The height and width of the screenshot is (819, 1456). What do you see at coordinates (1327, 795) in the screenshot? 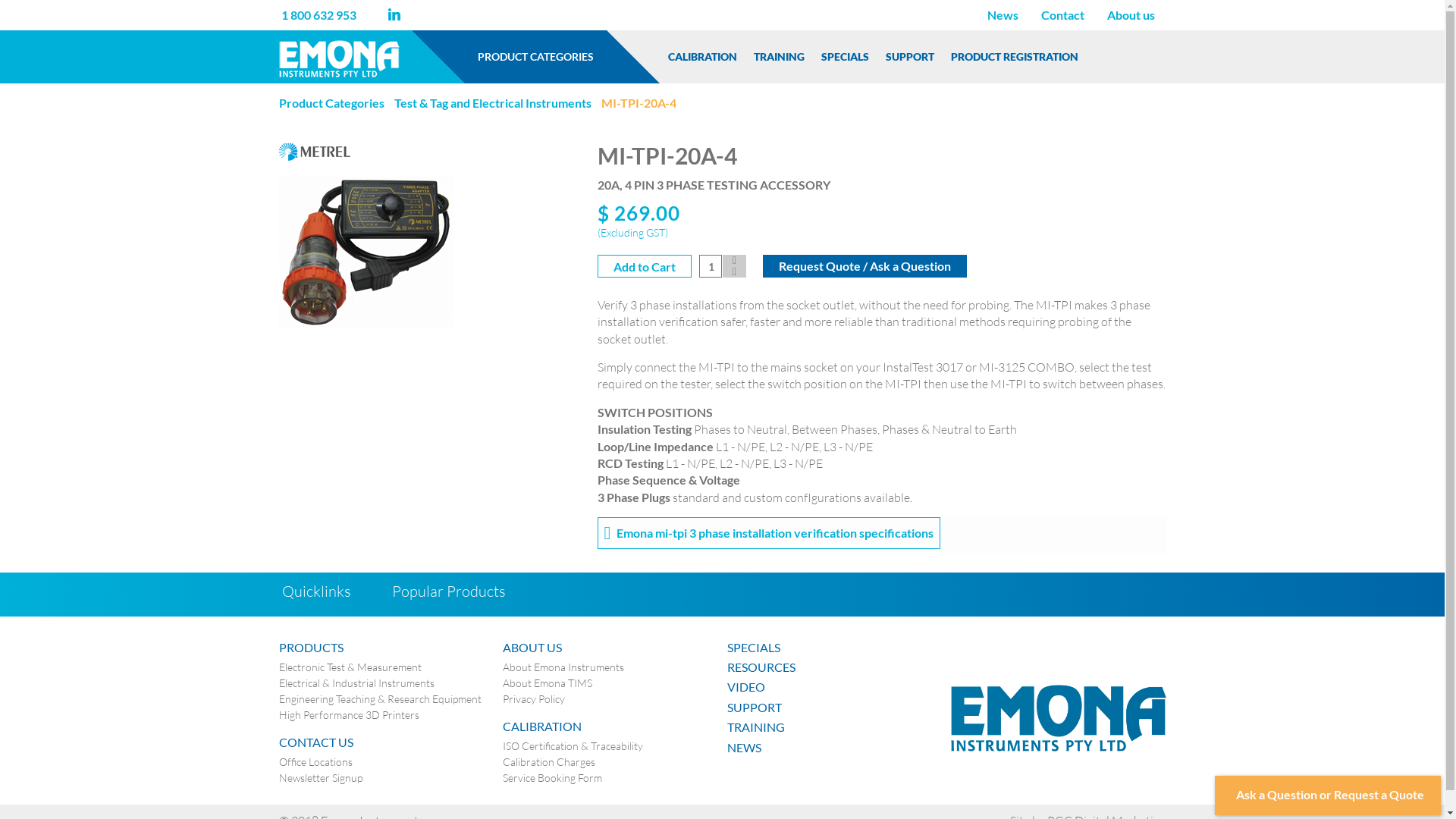
I see `'  Ask a Question or Request a Quote'` at bounding box center [1327, 795].